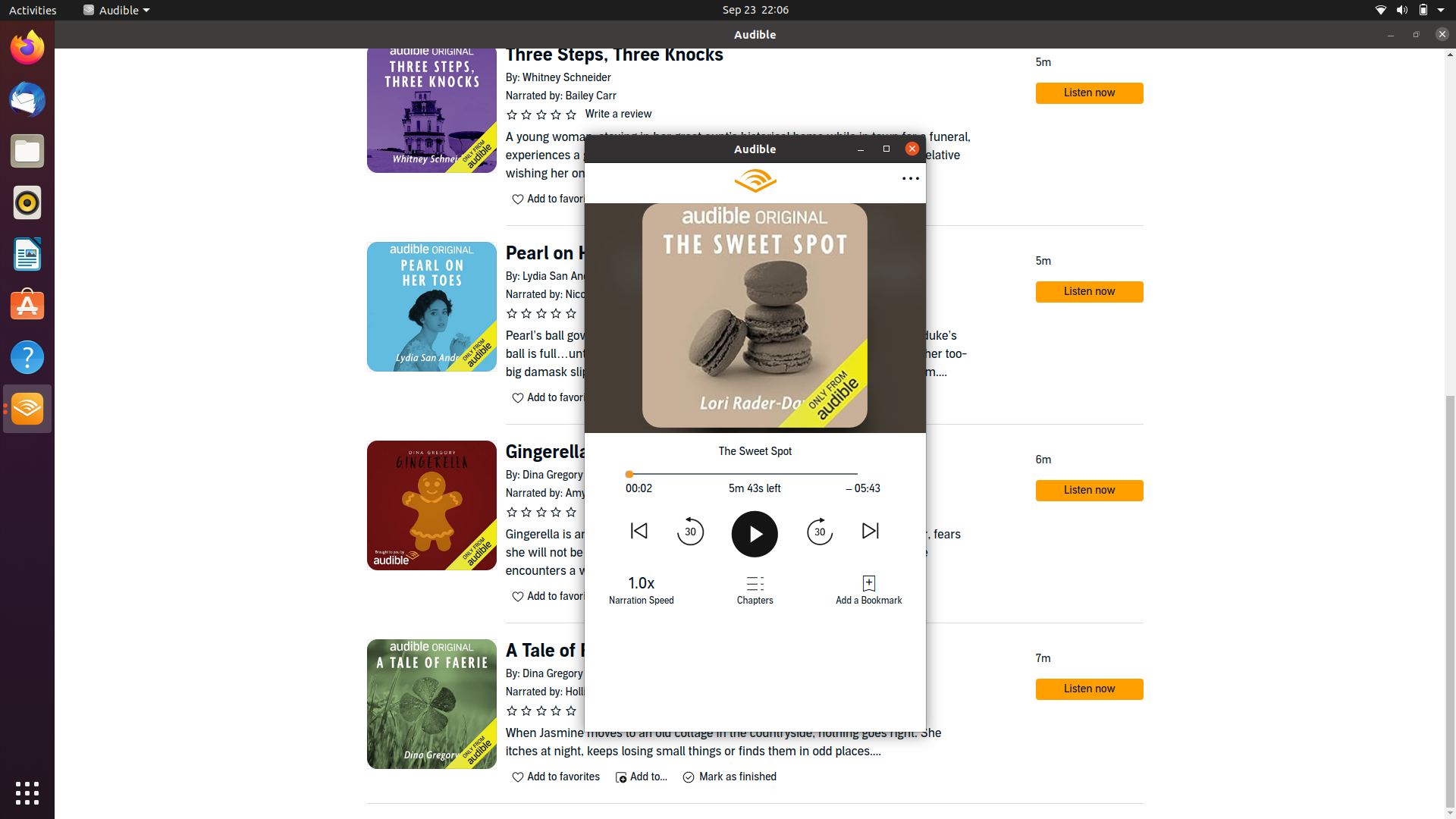  Describe the element at coordinates (868, 589) in the screenshot. I see `Bookmark the current browser page` at that location.